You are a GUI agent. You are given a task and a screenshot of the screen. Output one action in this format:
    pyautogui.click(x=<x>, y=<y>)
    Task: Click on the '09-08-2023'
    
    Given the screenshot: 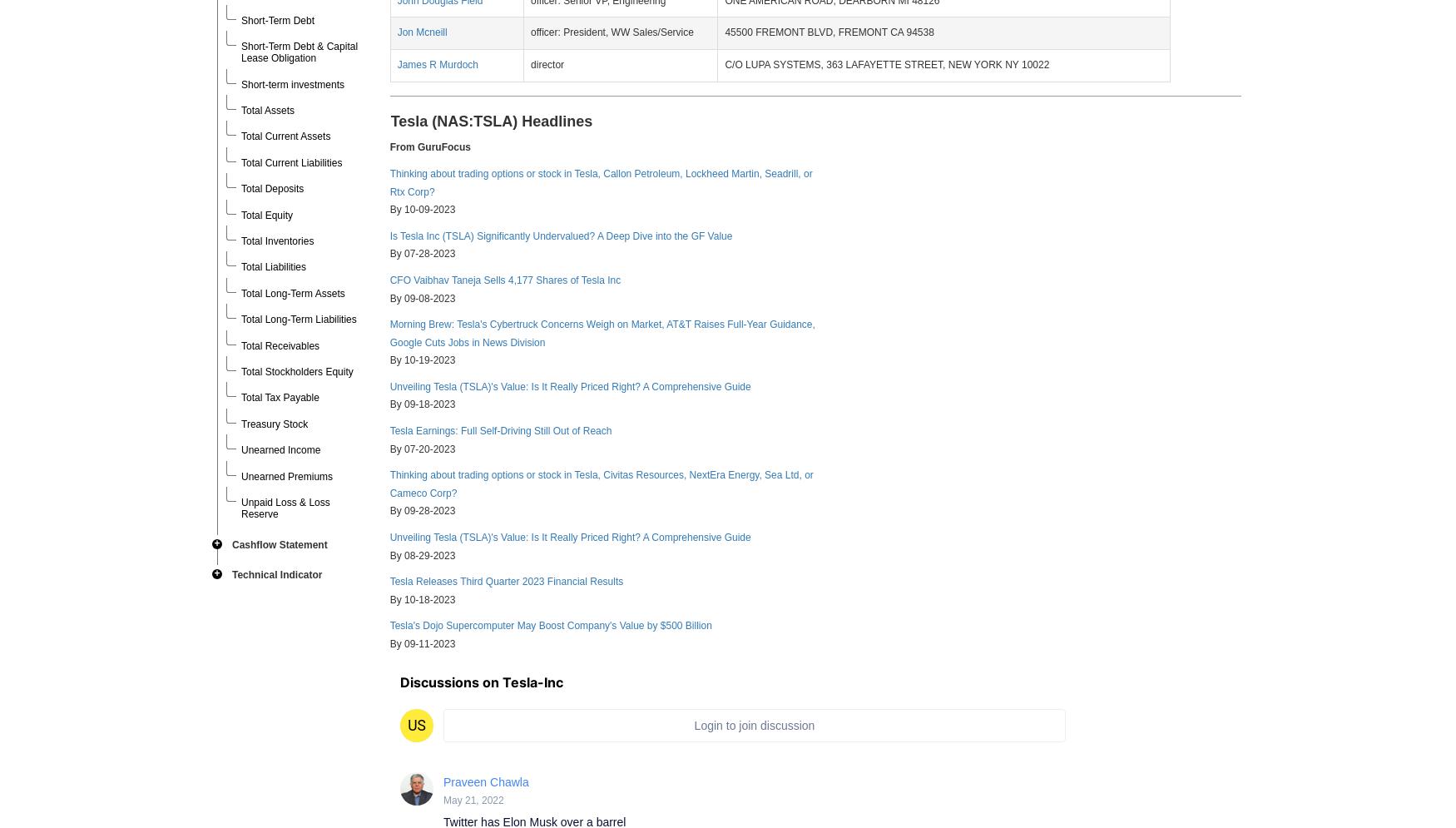 What is the action you would take?
    pyautogui.click(x=428, y=297)
    